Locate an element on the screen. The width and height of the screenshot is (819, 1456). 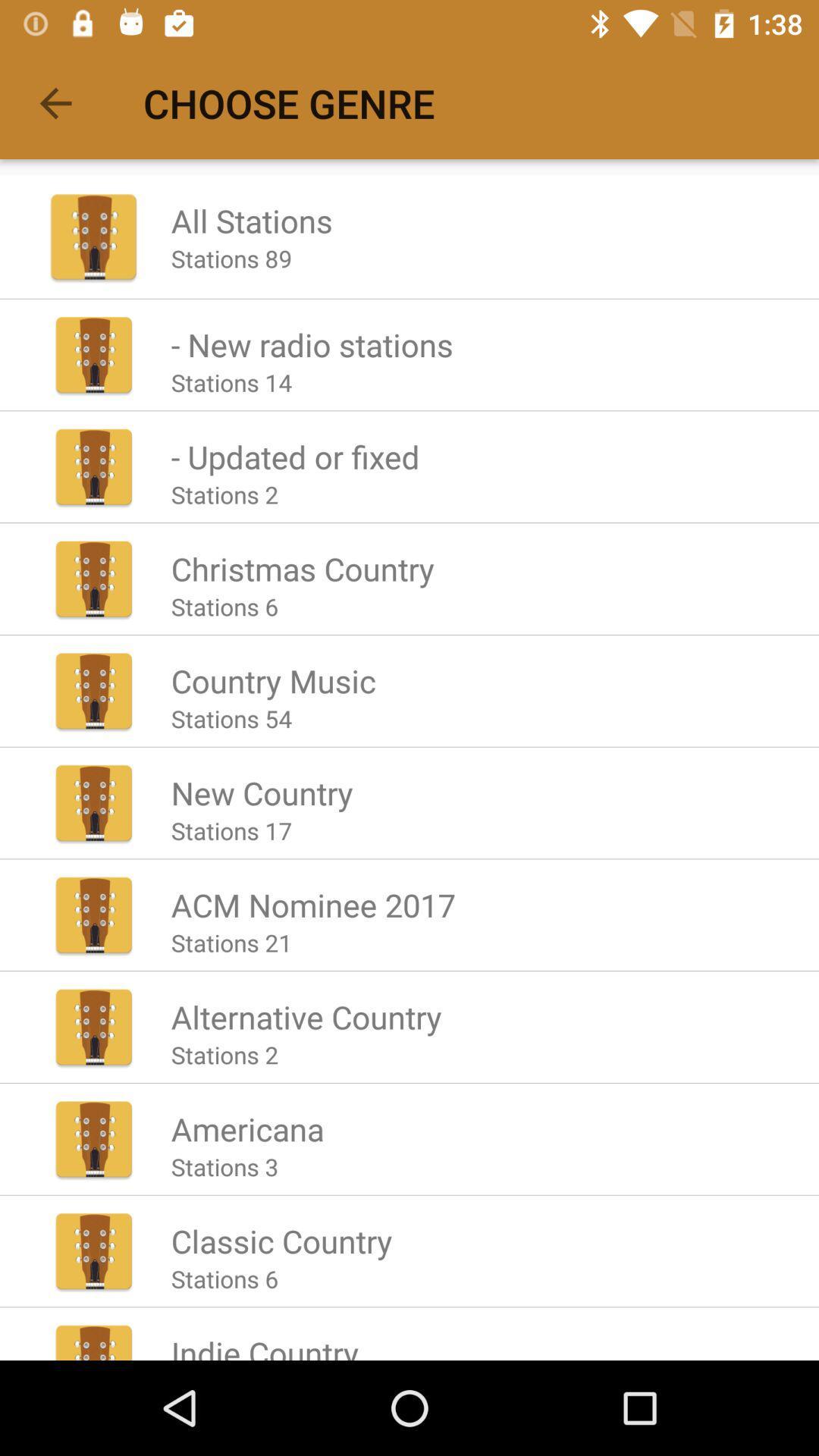
stations 17 item is located at coordinates (231, 830).